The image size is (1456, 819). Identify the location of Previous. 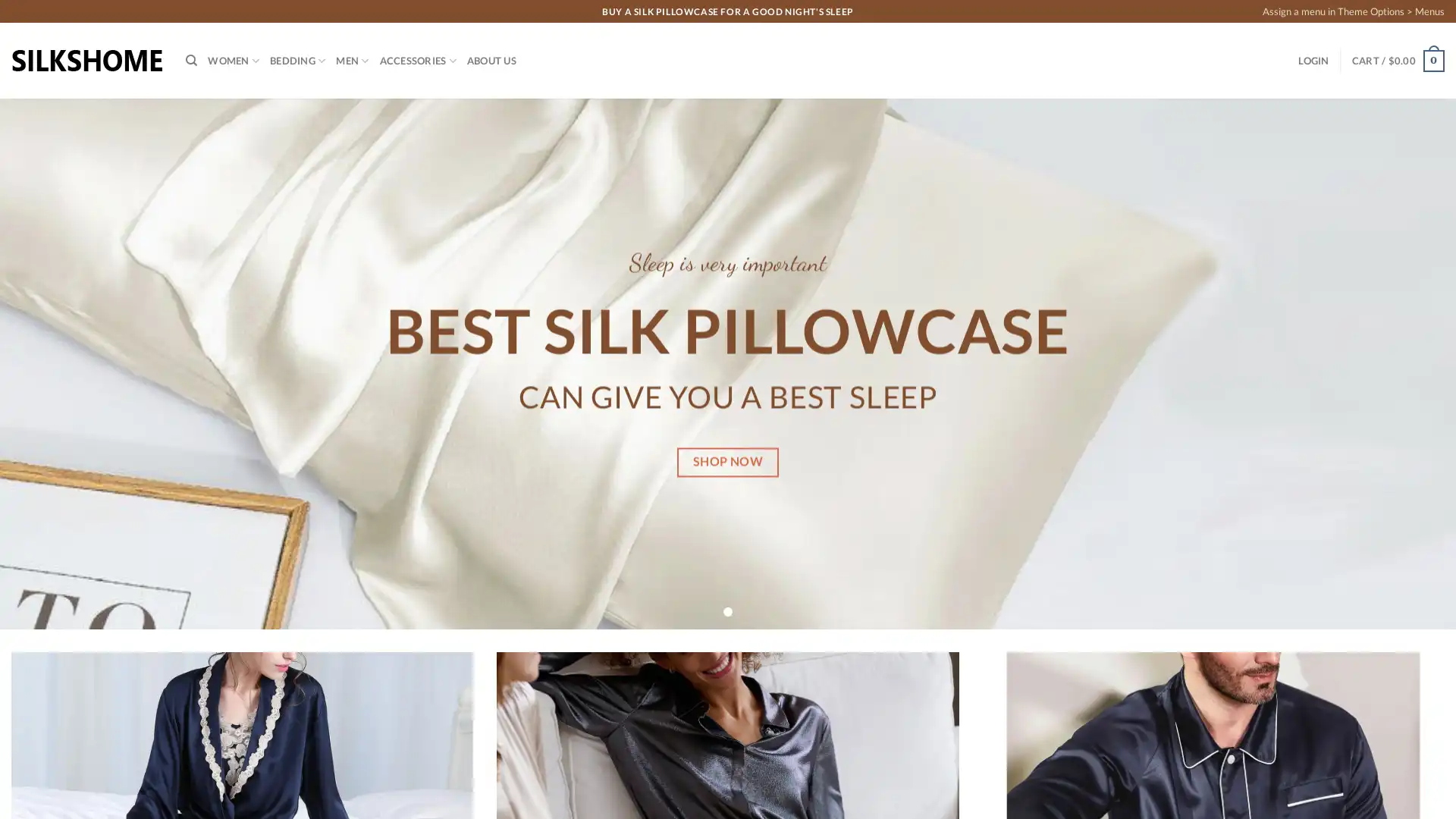
(47, 363).